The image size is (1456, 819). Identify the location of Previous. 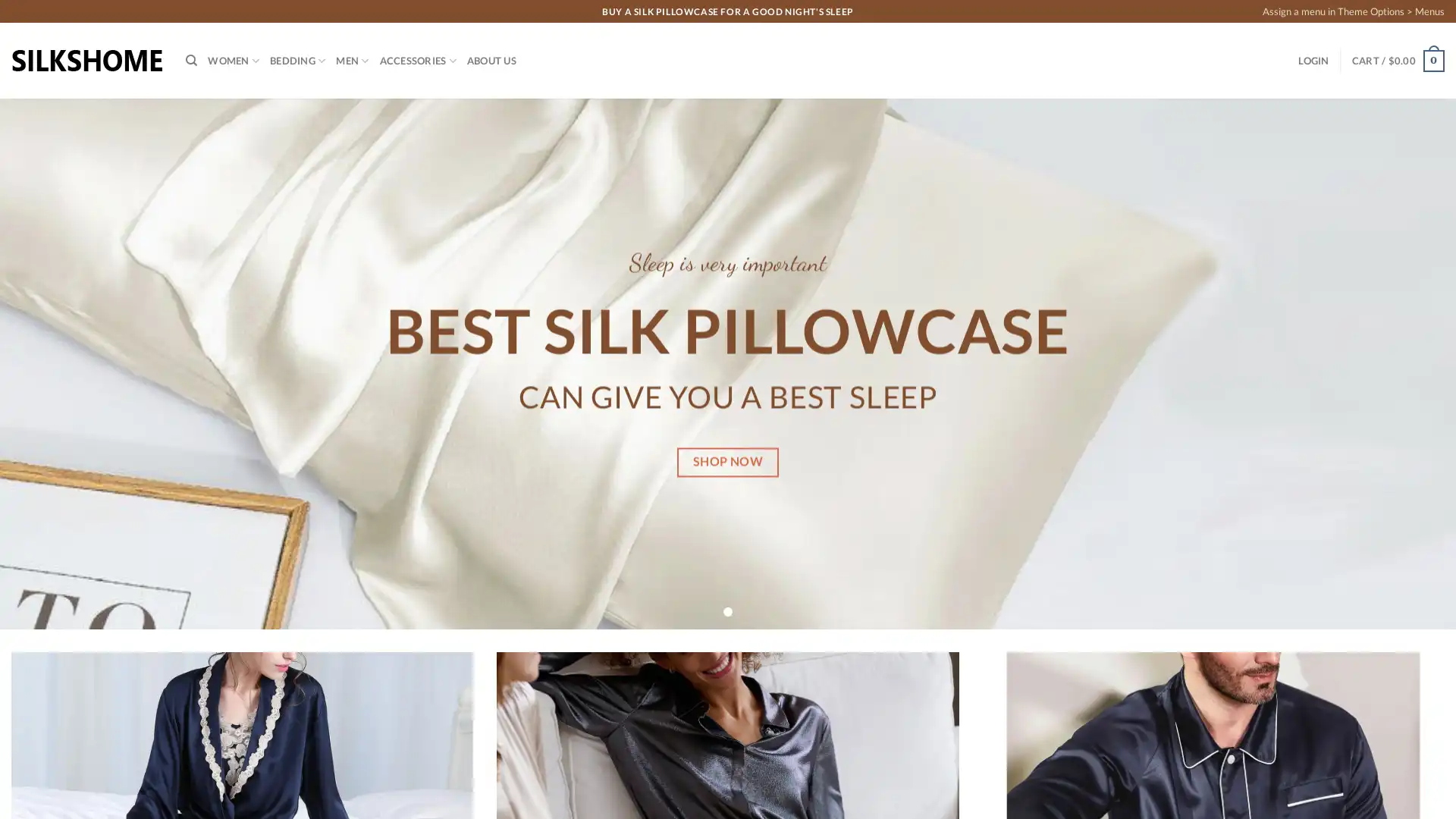
(47, 363).